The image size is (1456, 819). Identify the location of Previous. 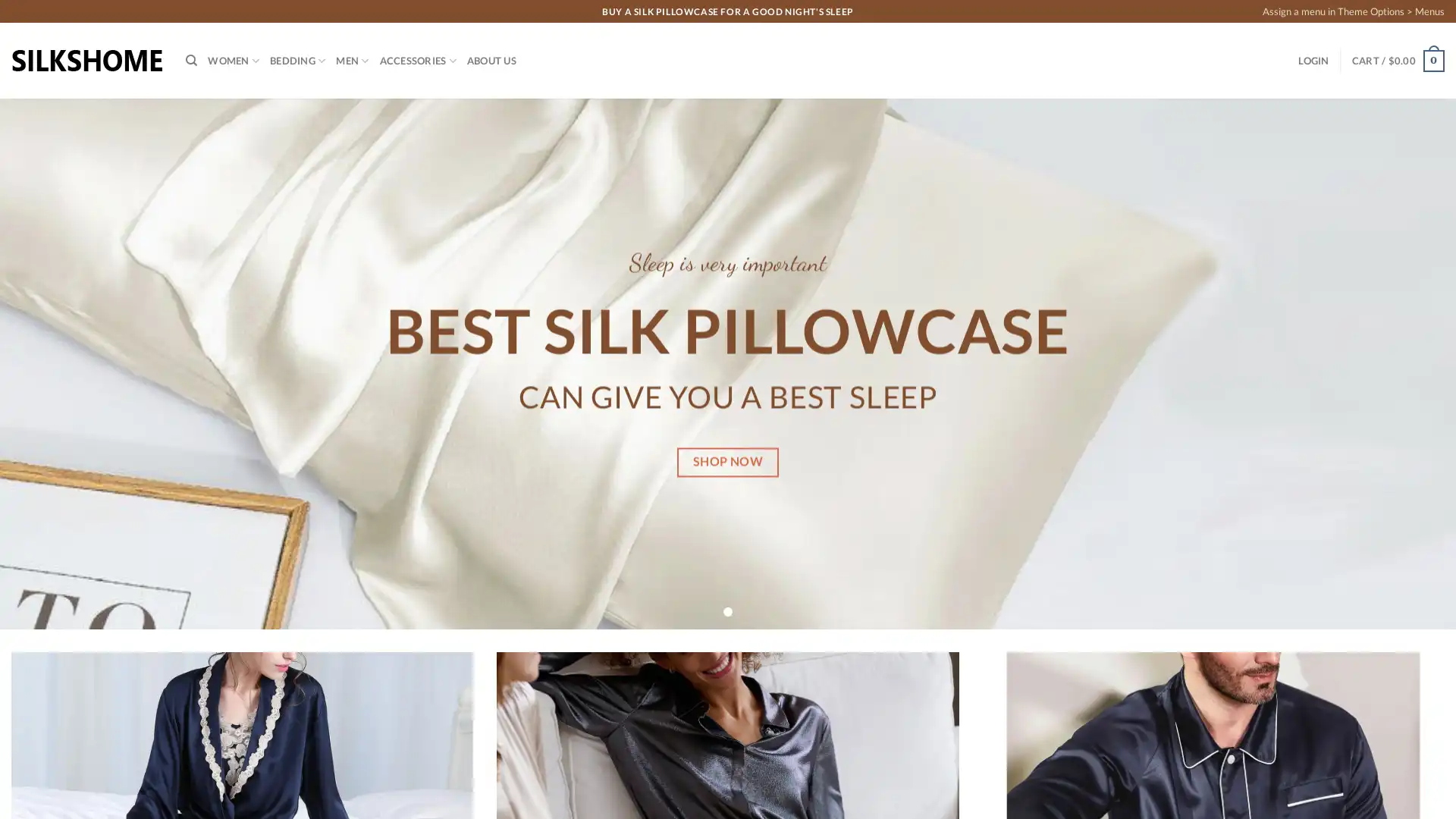
(47, 363).